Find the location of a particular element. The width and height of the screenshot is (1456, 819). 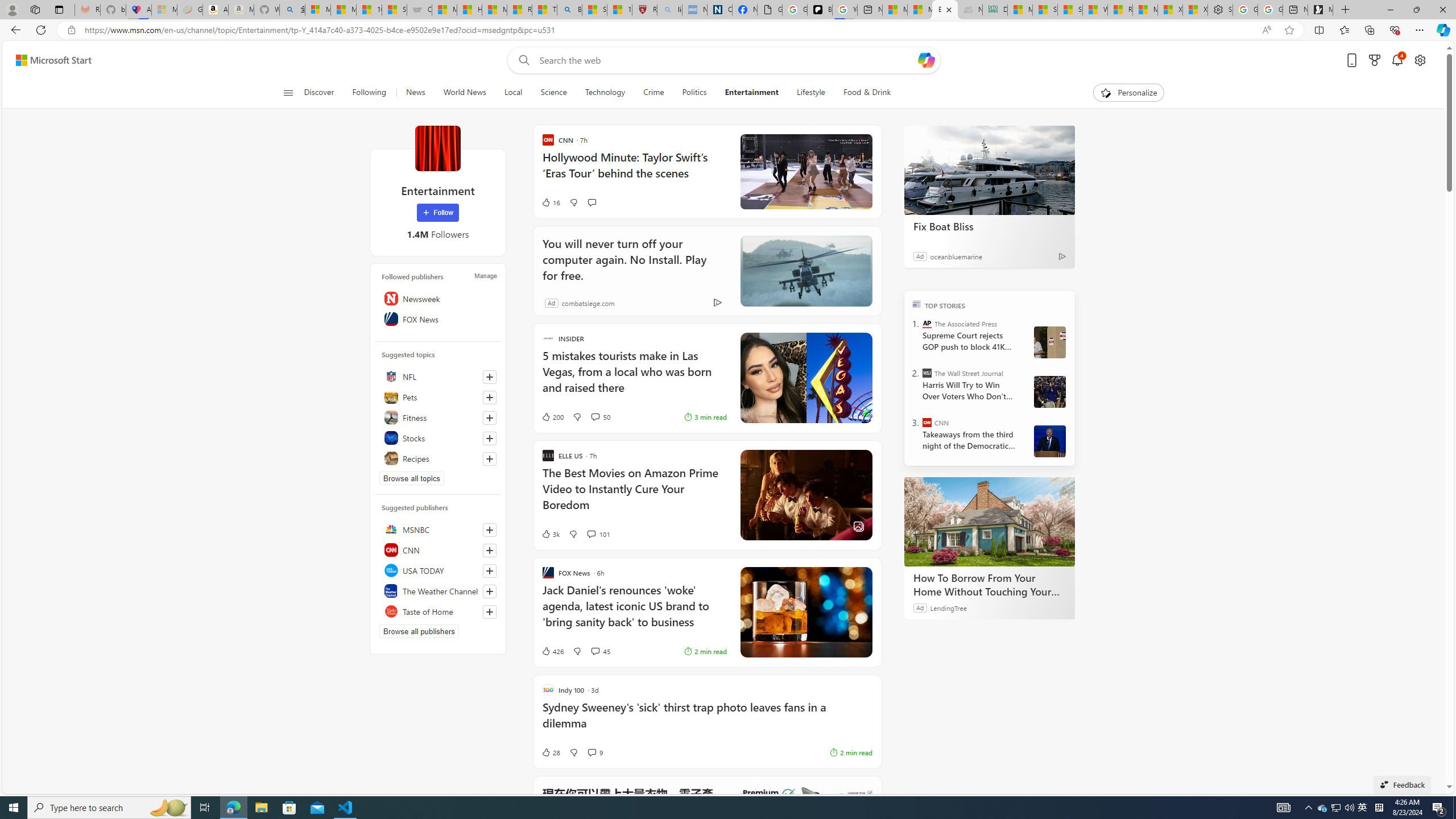

'Entertainment' is located at coordinates (751, 92).